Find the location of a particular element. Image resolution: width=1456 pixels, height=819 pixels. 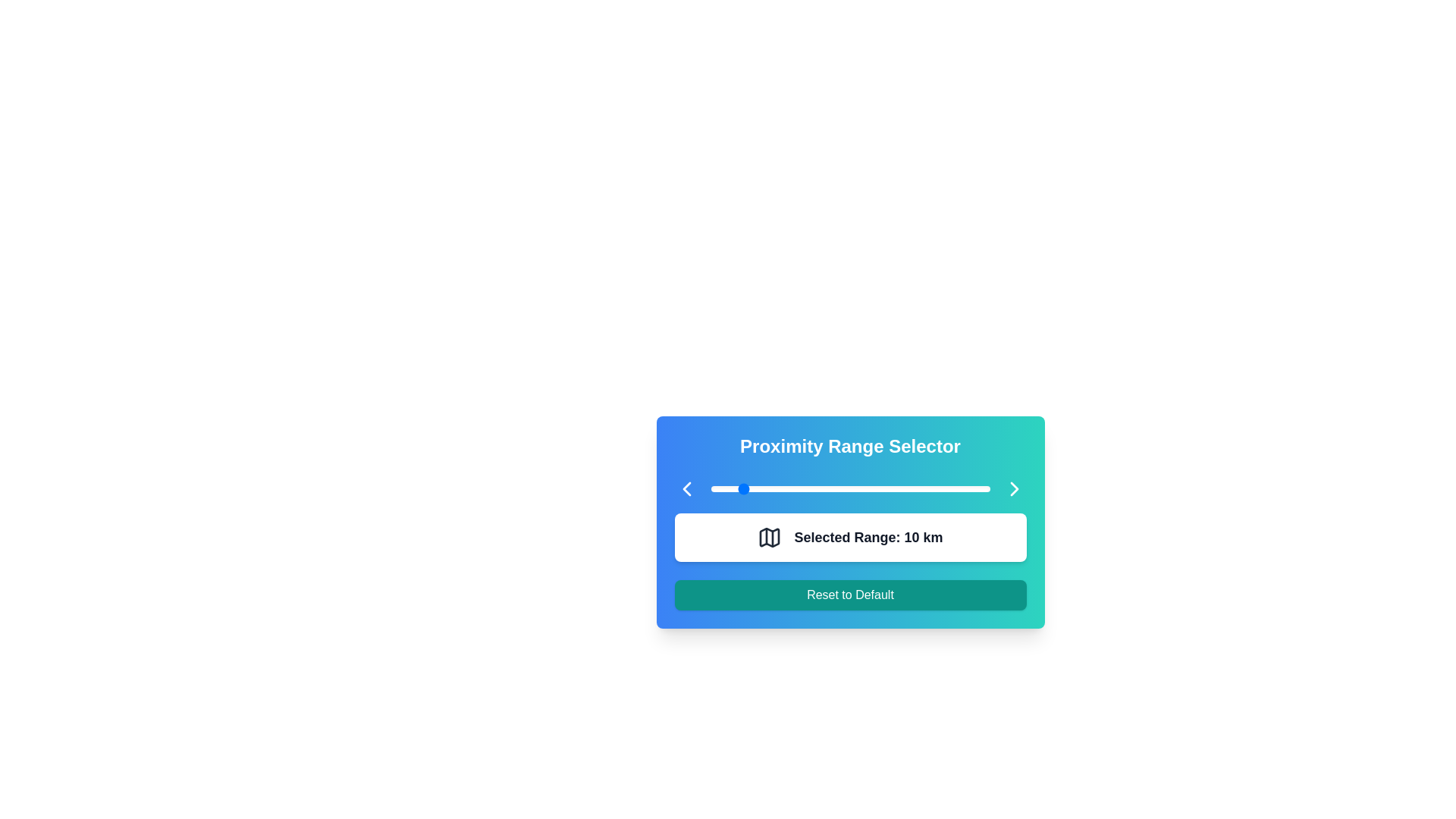

the proximity range is located at coordinates (870, 488).